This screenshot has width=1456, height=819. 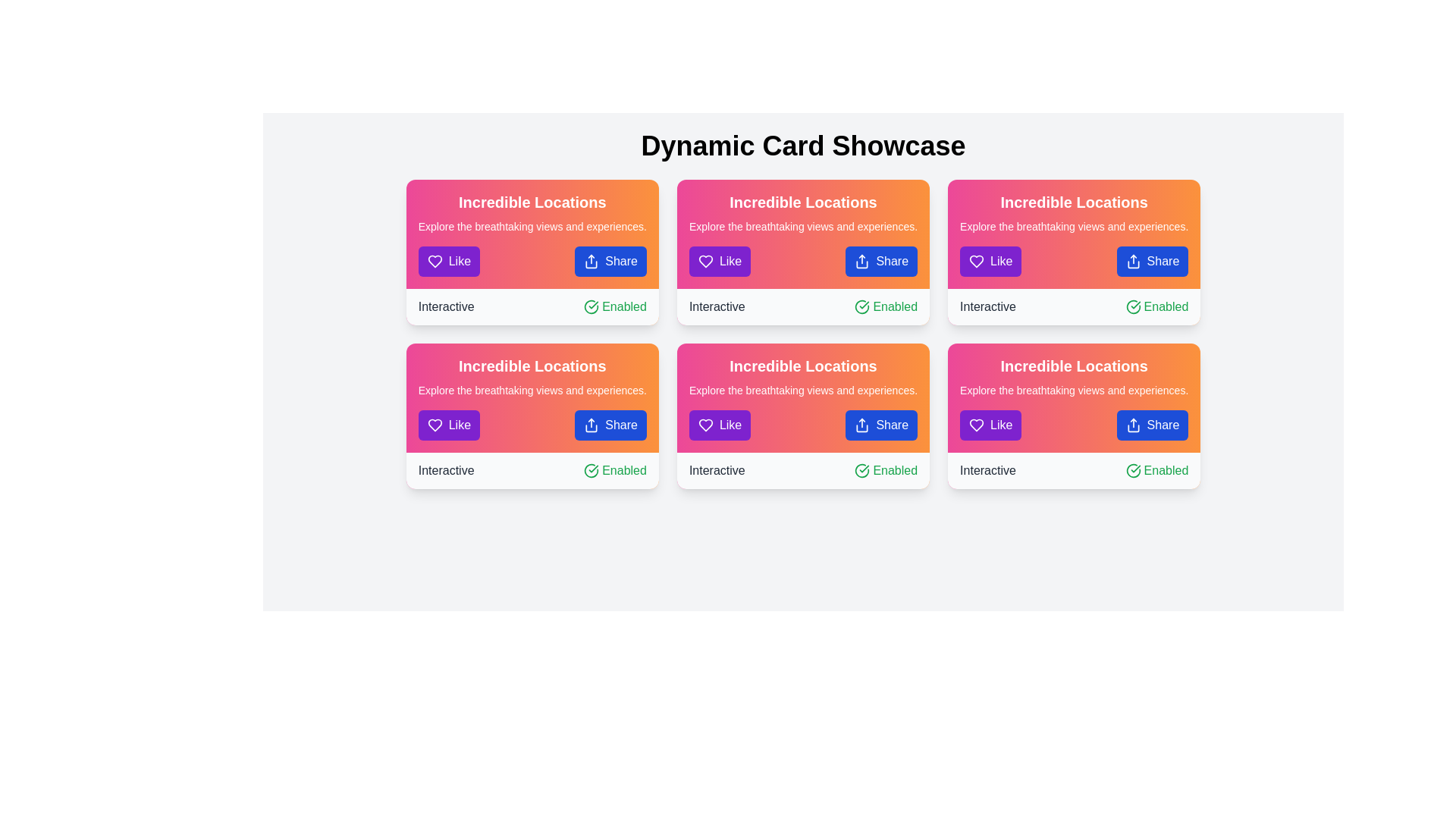 I want to click on the text element containing the phrase "Explore the breathtaking views and experiences," which is positioned centrally within the card layout, between the title and button group, so click(x=802, y=390).